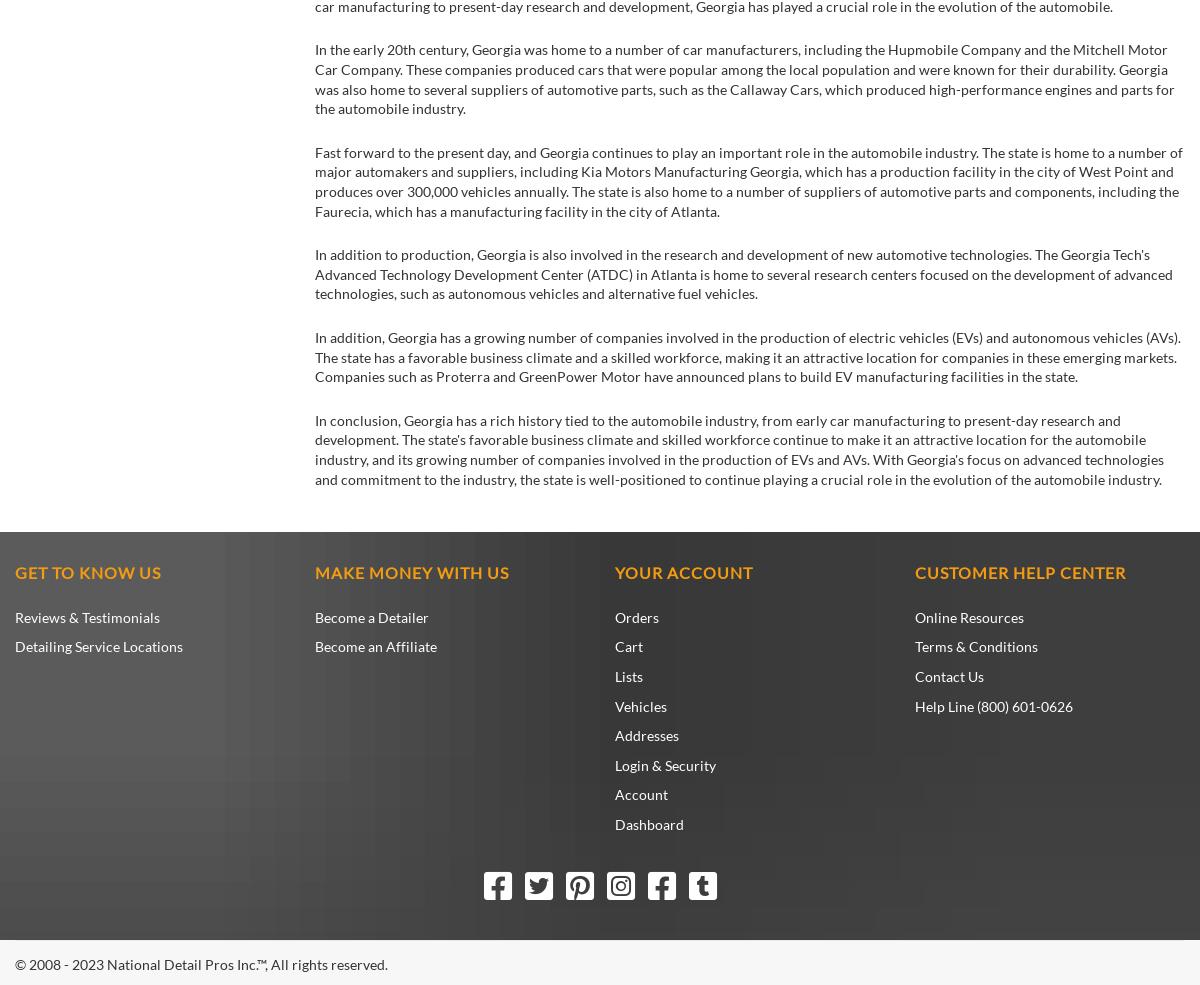 This screenshot has width=1200, height=985. I want to click on 'In conclusion, Georgia has a rich history tied to the automobile industry, from early car manufacturing to present-day research and development. The state's favorable business climate and skilled workforce continue to make it an attractive location for the automobile industry, and its growing number of companies involved in the production of EVs and AVs. With Georgia's focus on advanced technologies and commitment to the industry, the state is well-positioned to continue playing a crucial role in the evolution of the automobile industry.', so click(315, 447).